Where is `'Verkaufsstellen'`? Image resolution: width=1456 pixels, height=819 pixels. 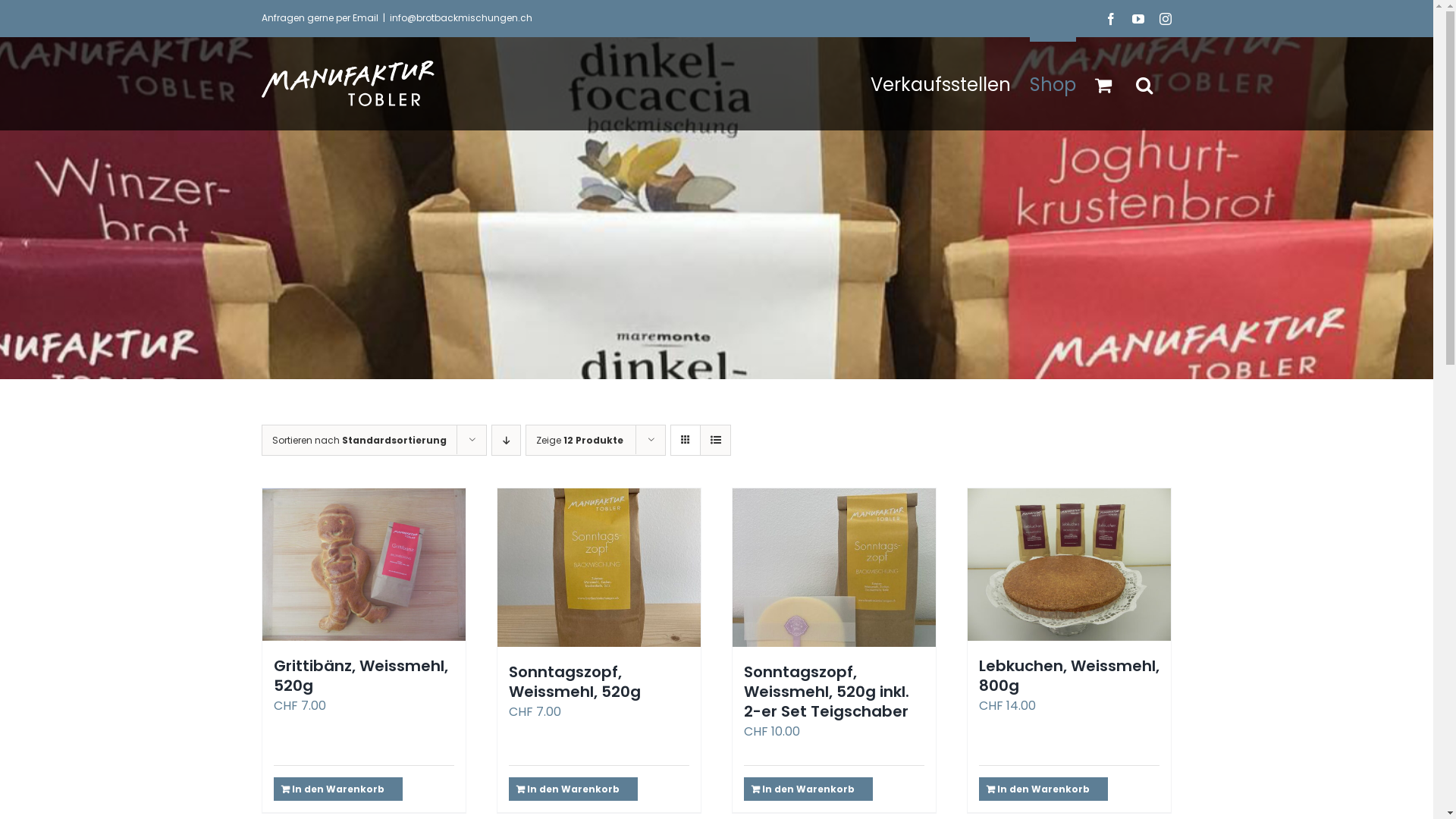
'Verkaufsstellen' is located at coordinates (940, 82).